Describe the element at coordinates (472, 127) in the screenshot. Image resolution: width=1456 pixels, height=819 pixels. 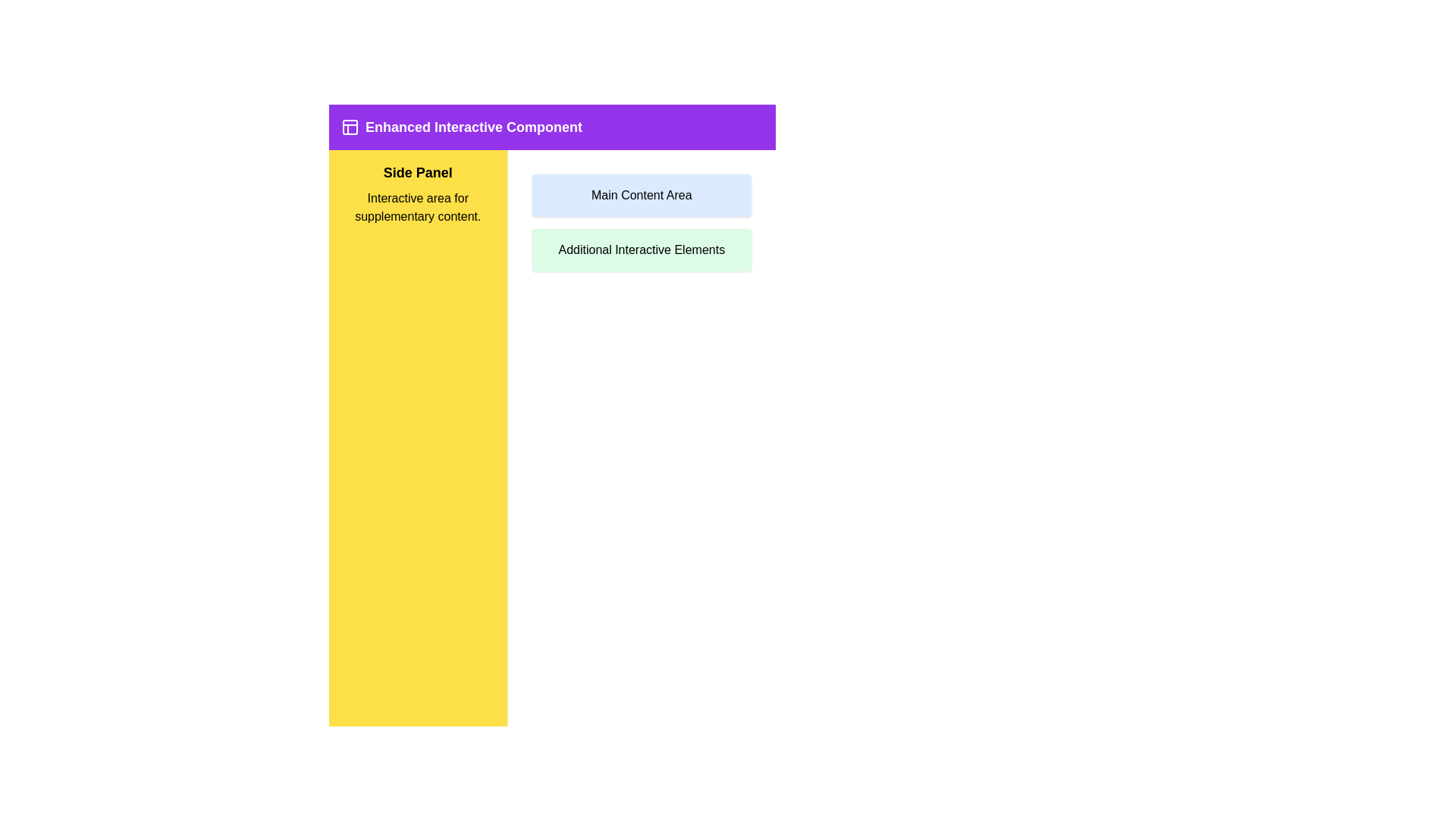
I see `the text label displaying 'Enhanced Interactive Component' which is styled in bold, large white font on a purple rectangular background, located at the central section of the top purple bar` at that location.